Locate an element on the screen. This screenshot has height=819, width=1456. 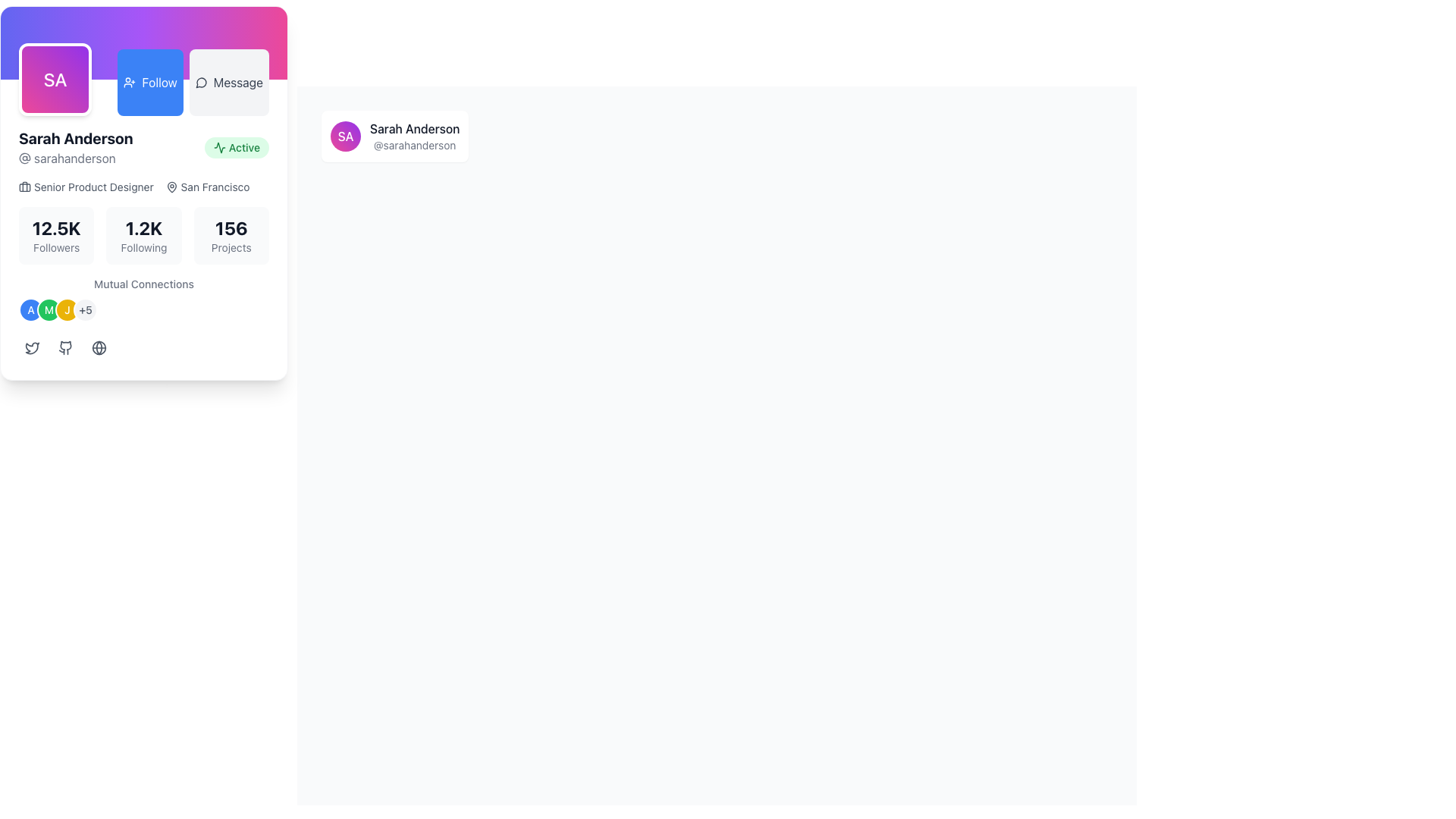
the Text Label displaying 'Sarah Anderson', which is a prominent name header in a user profile card layout, located beneath the circular avatar labeled 'SA' is located at coordinates (75, 138).